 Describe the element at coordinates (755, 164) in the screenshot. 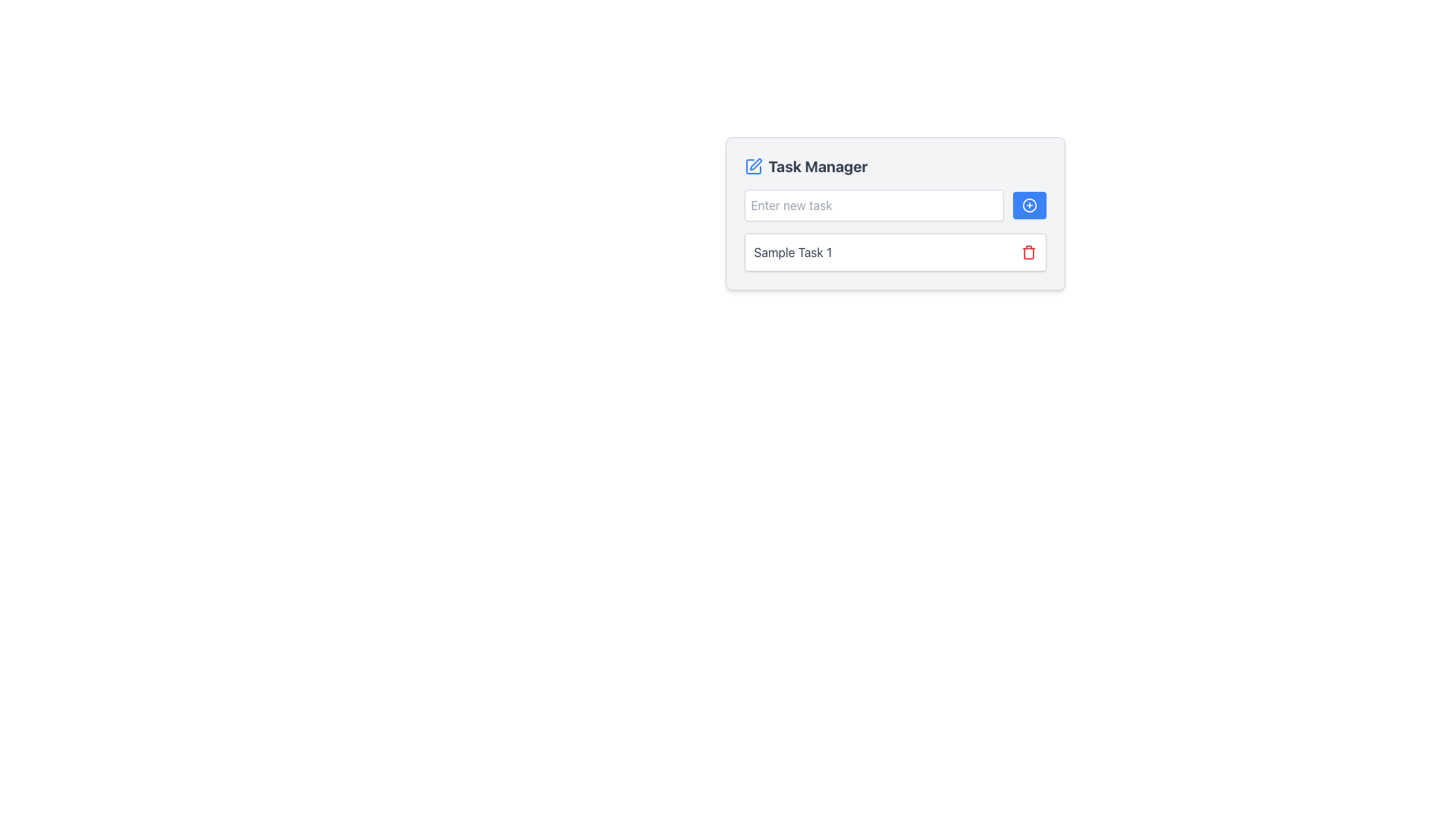

I see `the pen-like icon located within the square at the top-left corner of the 'Task Manager' header, which indicates an 'edit' action` at that location.